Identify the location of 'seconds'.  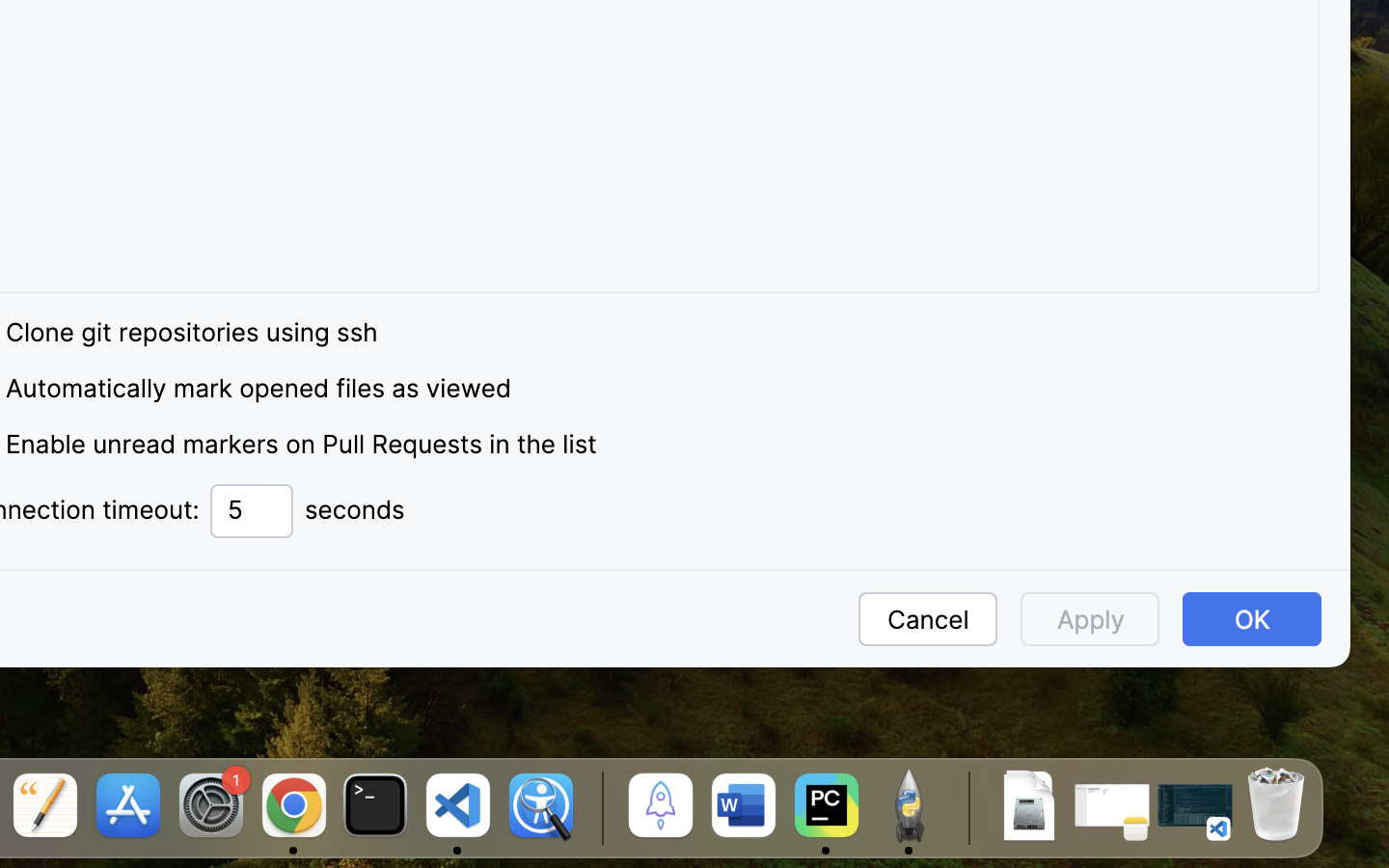
(354, 509).